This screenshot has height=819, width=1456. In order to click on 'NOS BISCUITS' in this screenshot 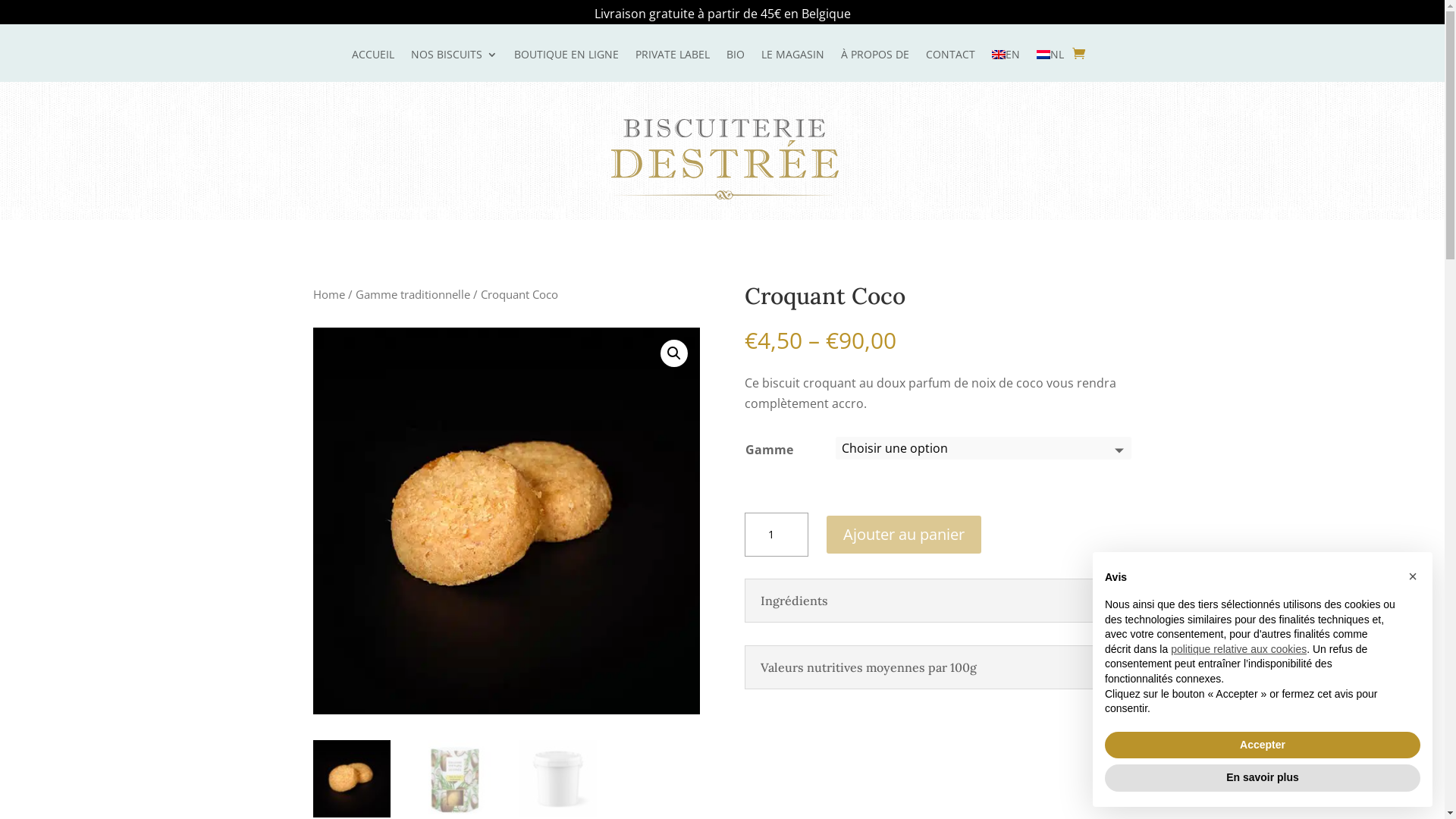, I will do `click(411, 64)`.